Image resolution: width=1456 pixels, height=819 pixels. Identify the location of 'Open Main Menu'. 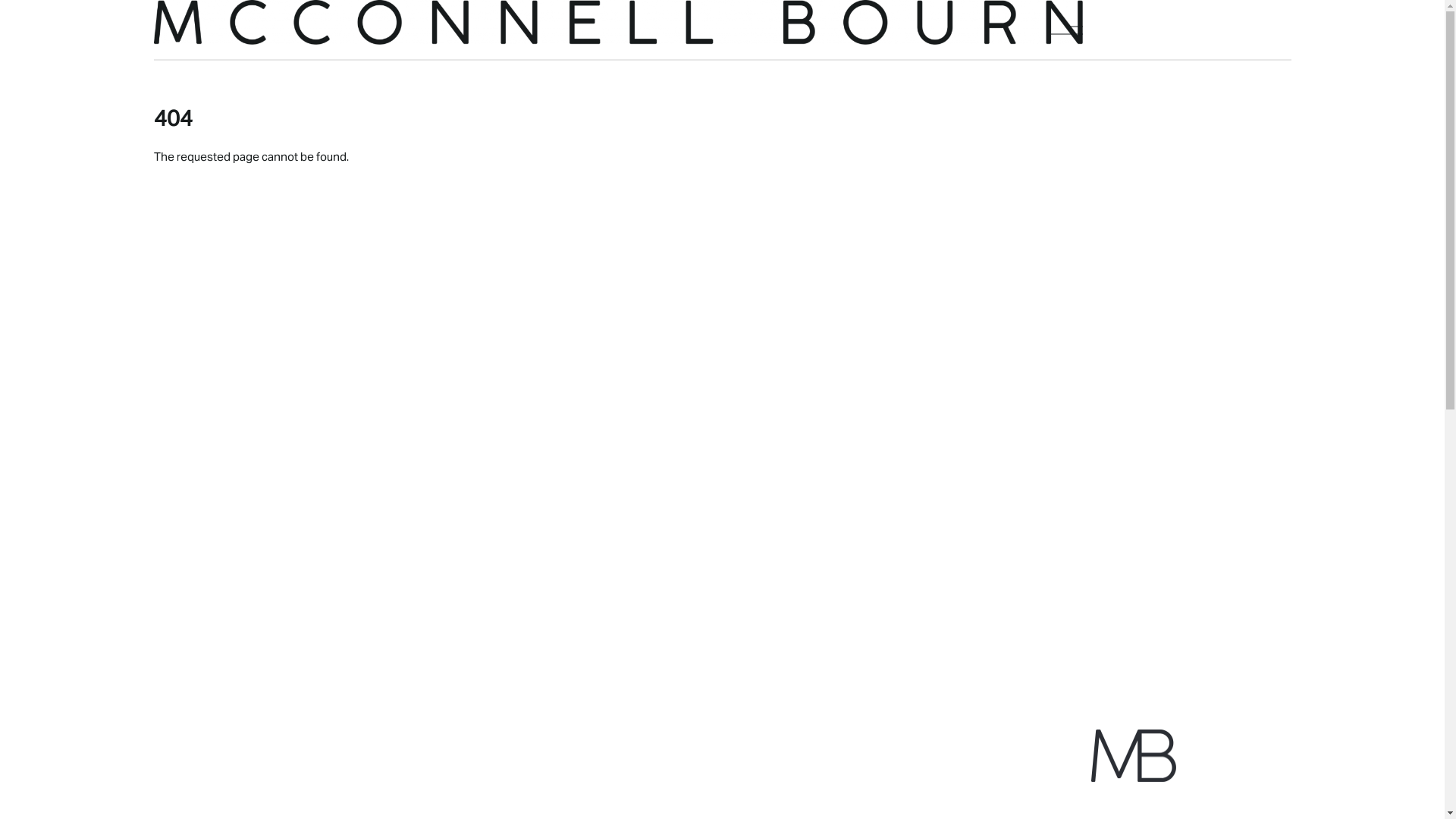
(1065, 30).